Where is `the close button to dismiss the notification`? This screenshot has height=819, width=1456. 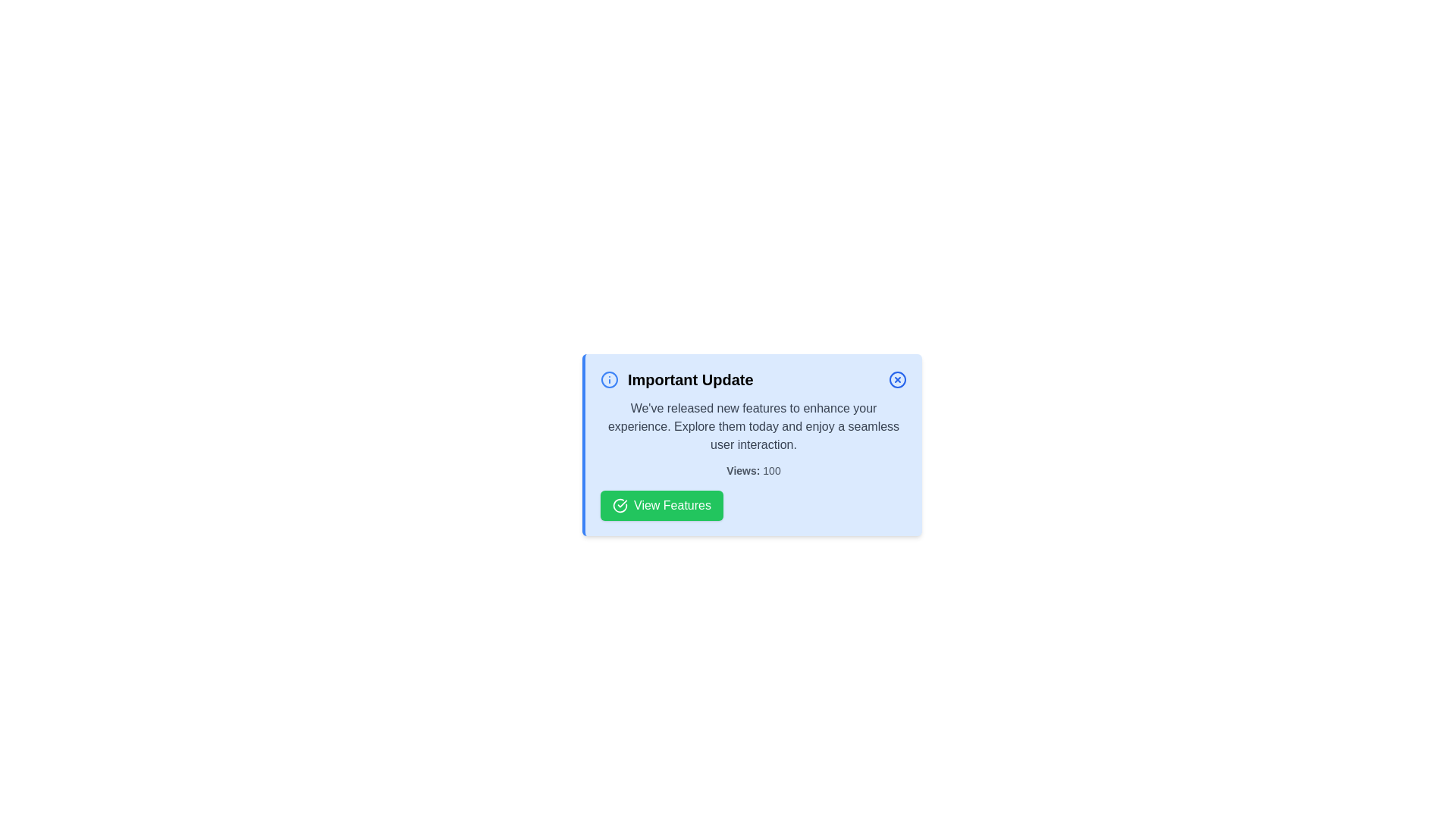
the close button to dismiss the notification is located at coordinates (898, 379).